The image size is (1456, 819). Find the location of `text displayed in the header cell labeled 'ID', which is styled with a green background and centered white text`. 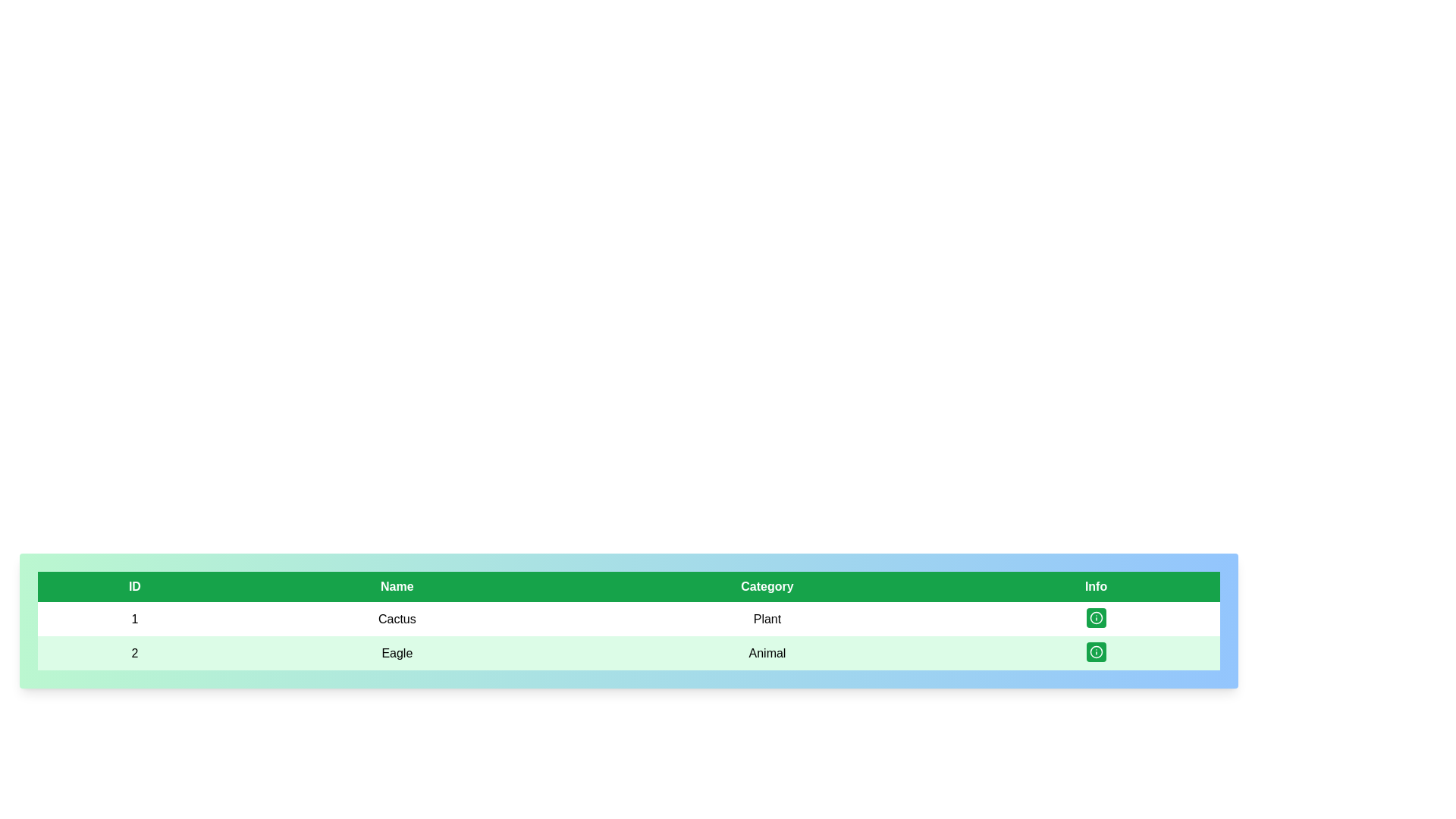

text displayed in the header cell labeled 'ID', which is styled with a green background and centered white text is located at coordinates (134, 586).